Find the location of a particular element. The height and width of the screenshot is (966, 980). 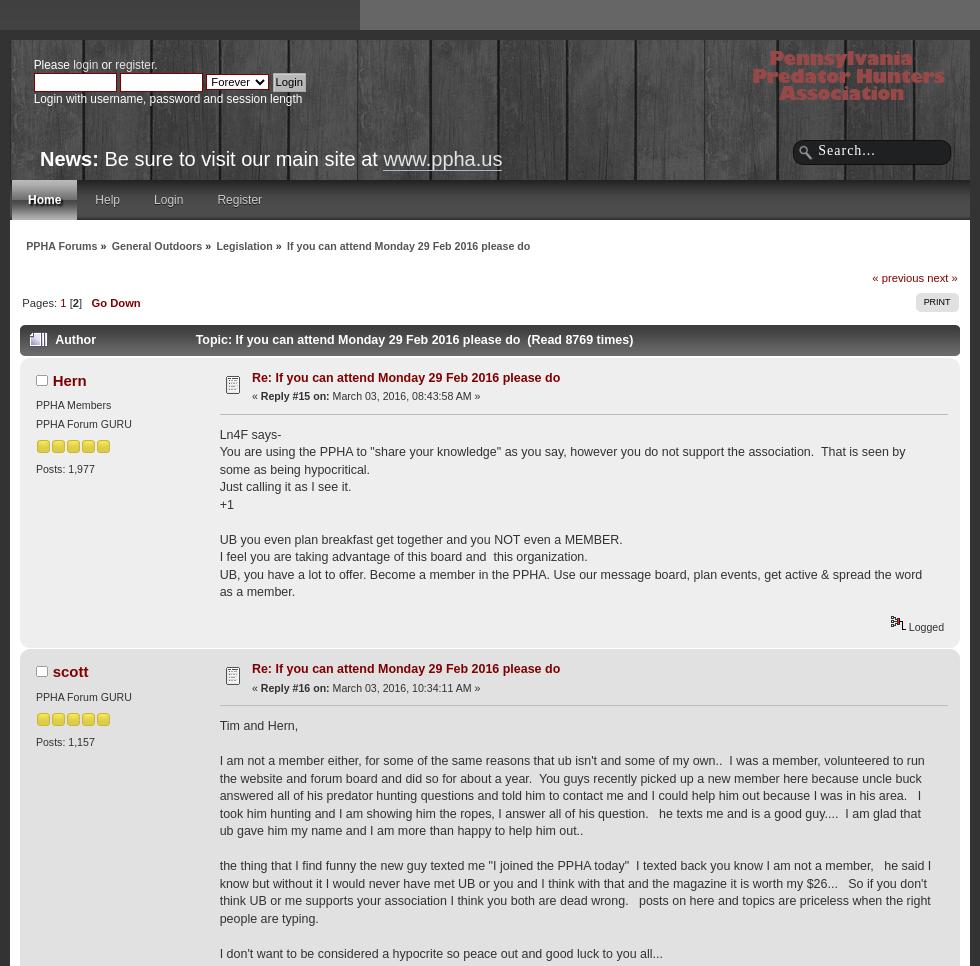

'Go Down' is located at coordinates (91, 302).